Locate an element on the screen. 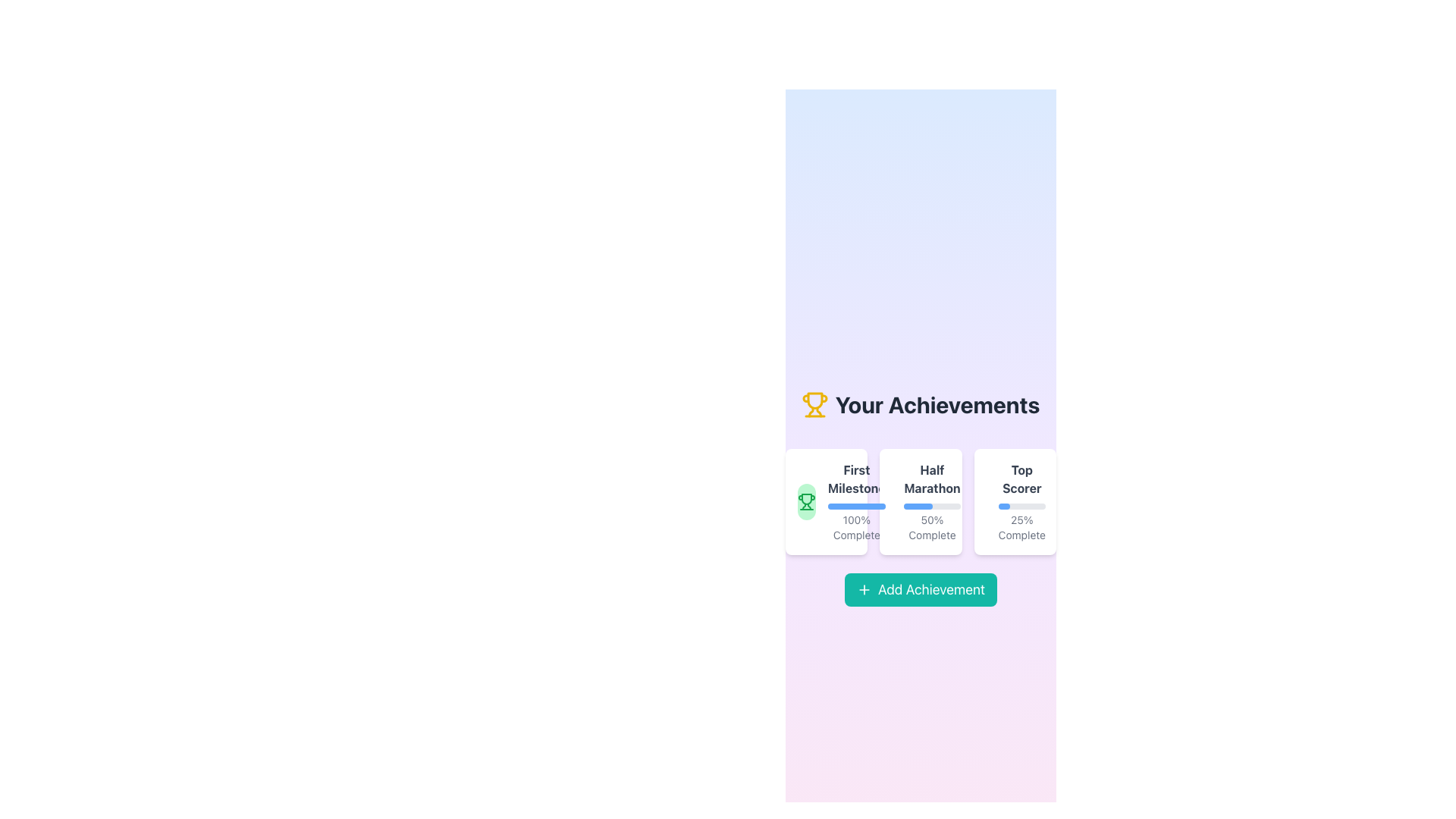  the blue-filled portion of the progress indicator representing 50% completion under the 'Half Marathon' section is located at coordinates (917, 506).